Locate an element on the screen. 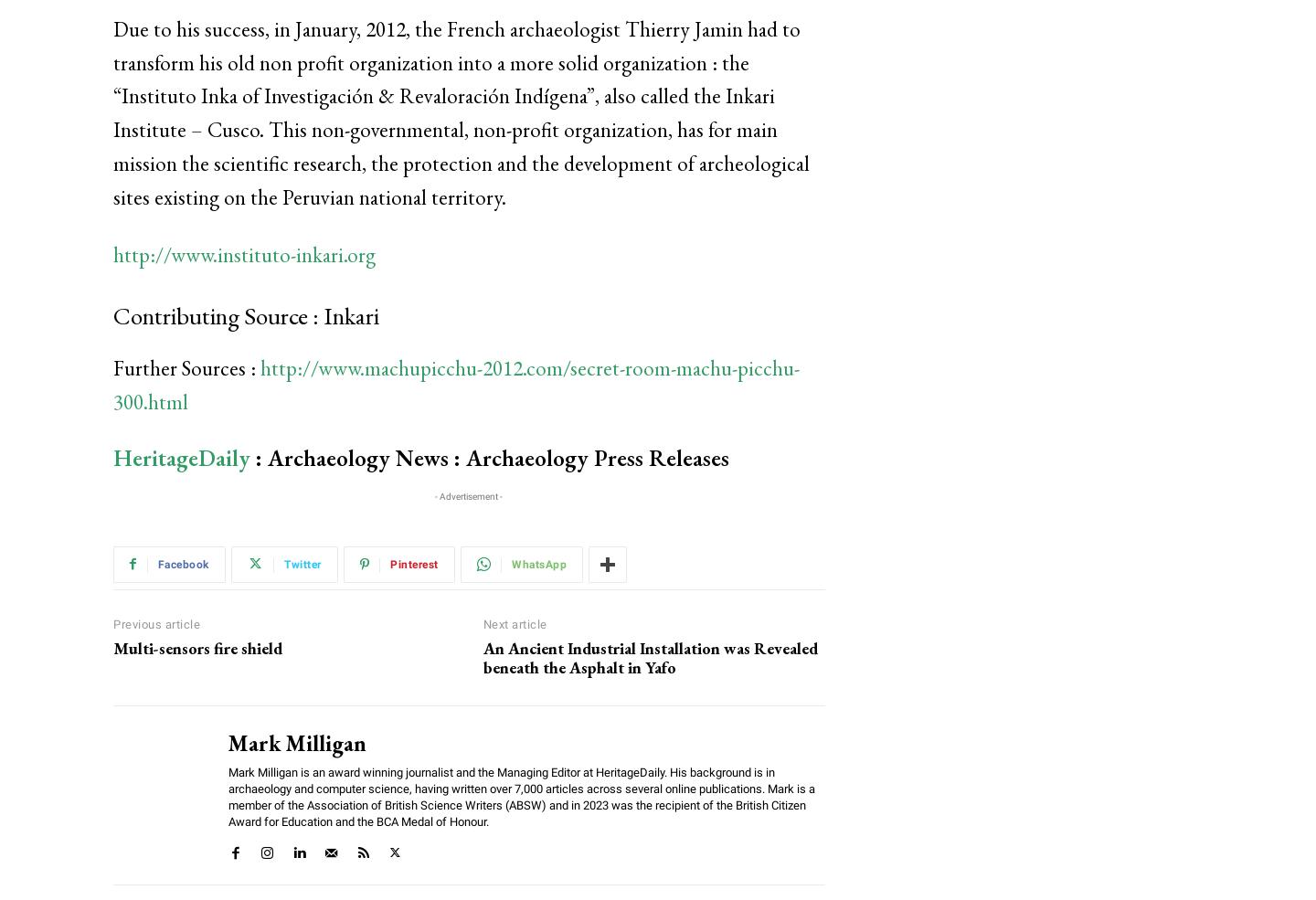 The image size is (1316, 900). 'WhatsApp' is located at coordinates (512, 563).